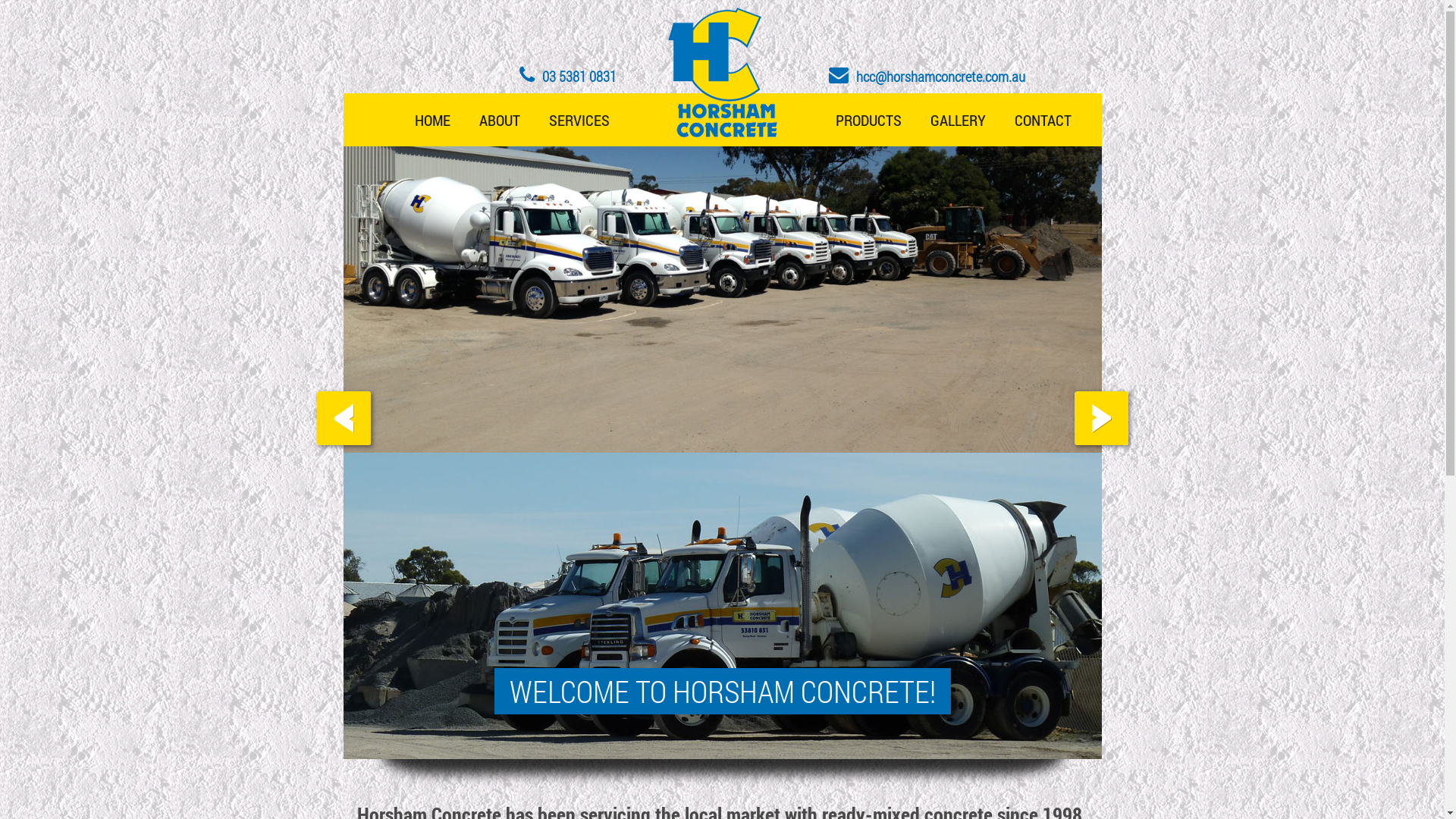  Describe the element at coordinates (431, 119) in the screenshot. I see `'HOME'` at that location.